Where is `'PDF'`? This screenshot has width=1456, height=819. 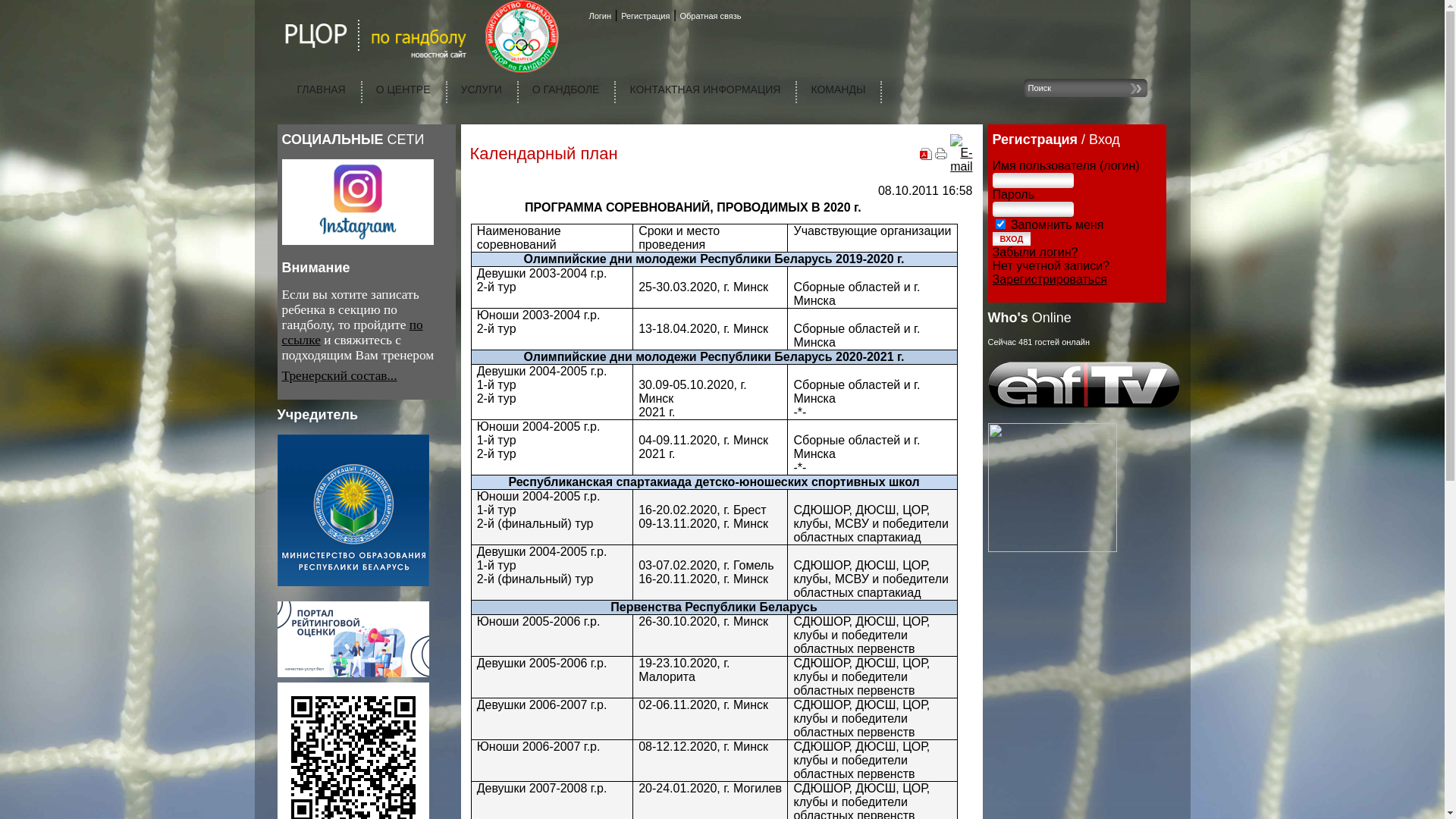 'PDF' is located at coordinates (924, 155).